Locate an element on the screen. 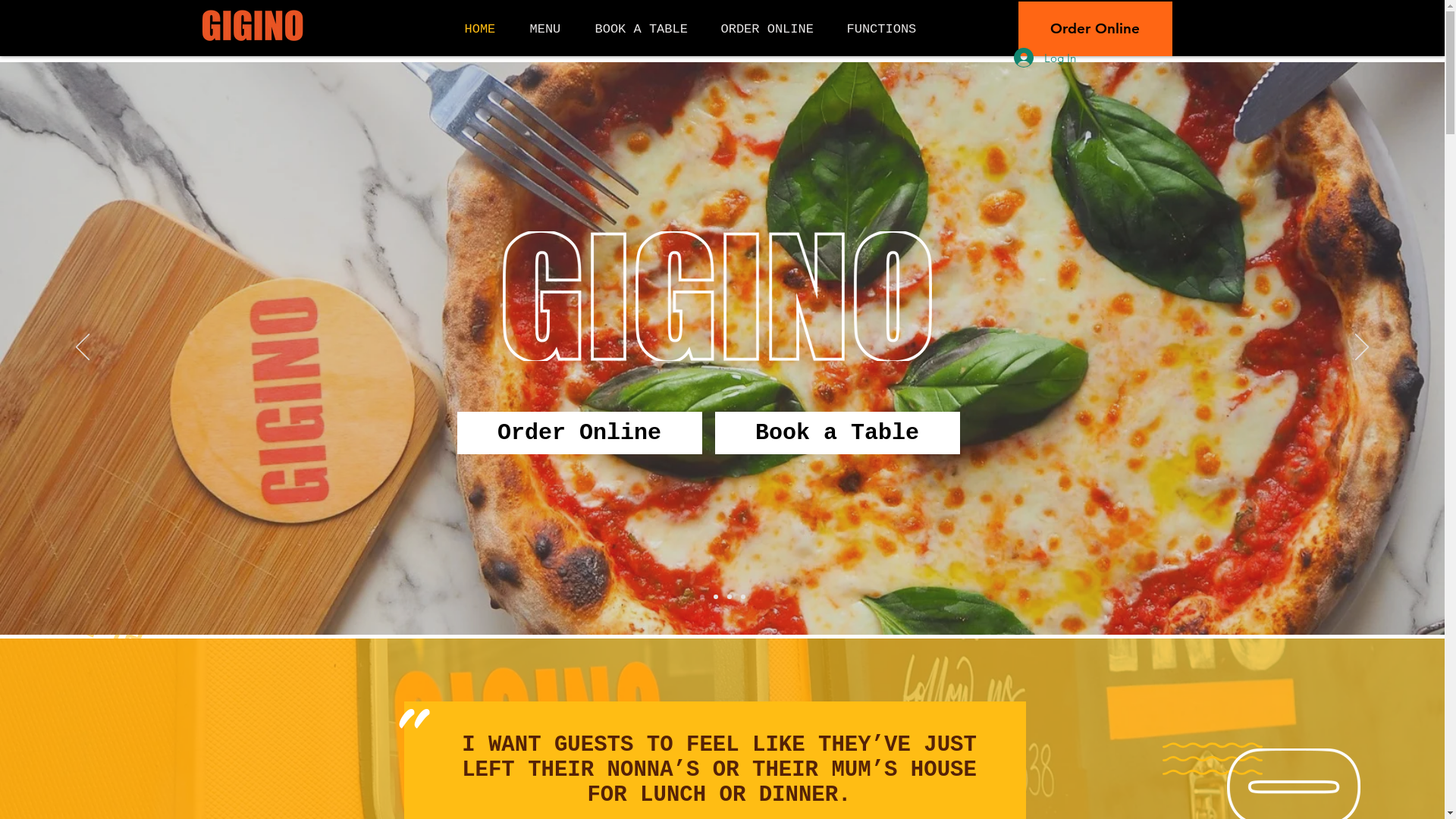 The height and width of the screenshot is (819, 1456). 'HOME' is located at coordinates (486, 29).